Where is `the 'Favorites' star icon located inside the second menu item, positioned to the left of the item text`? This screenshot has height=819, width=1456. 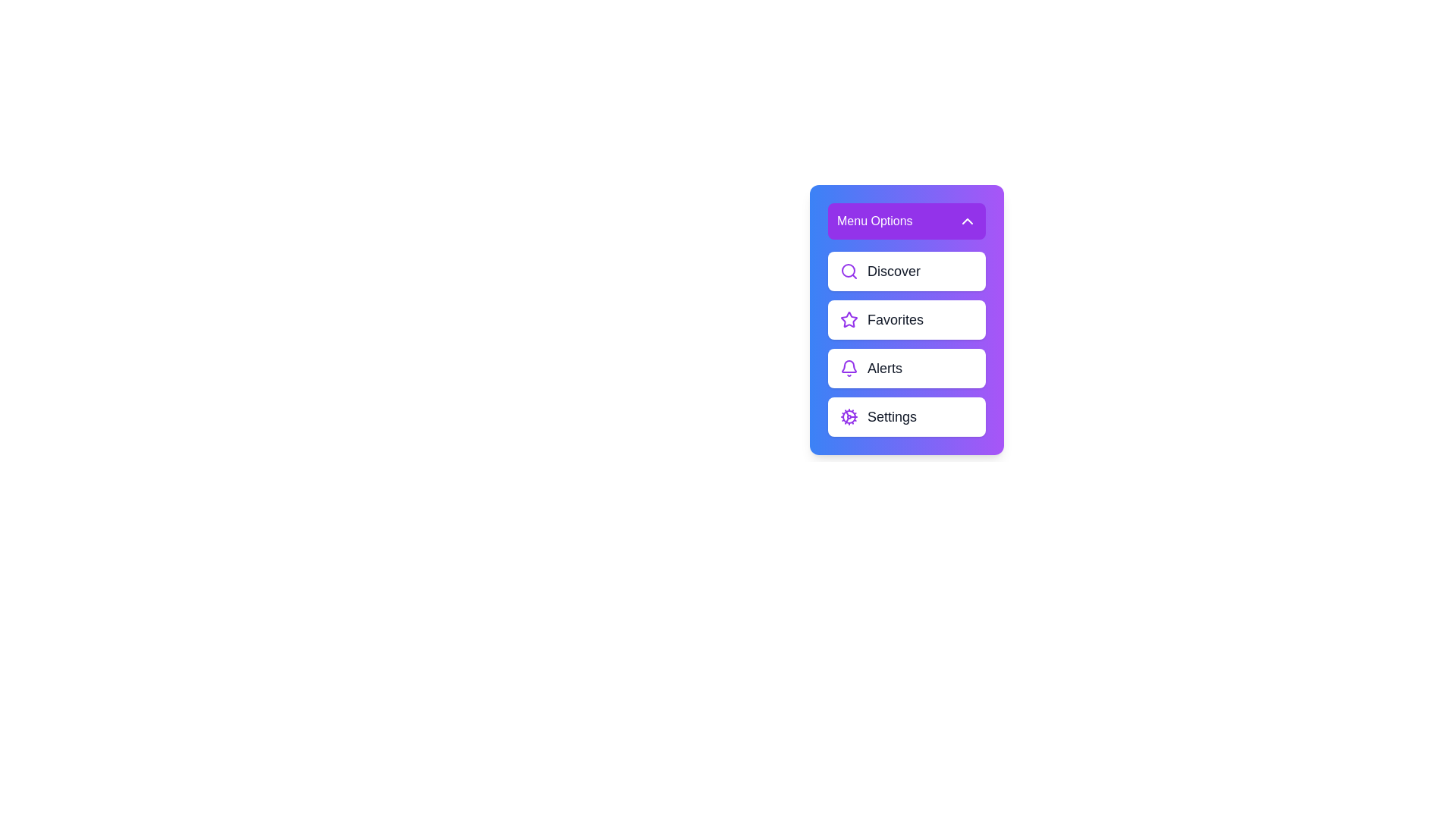 the 'Favorites' star icon located inside the second menu item, positioned to the left of the item text is located at coordinates (848, 318).